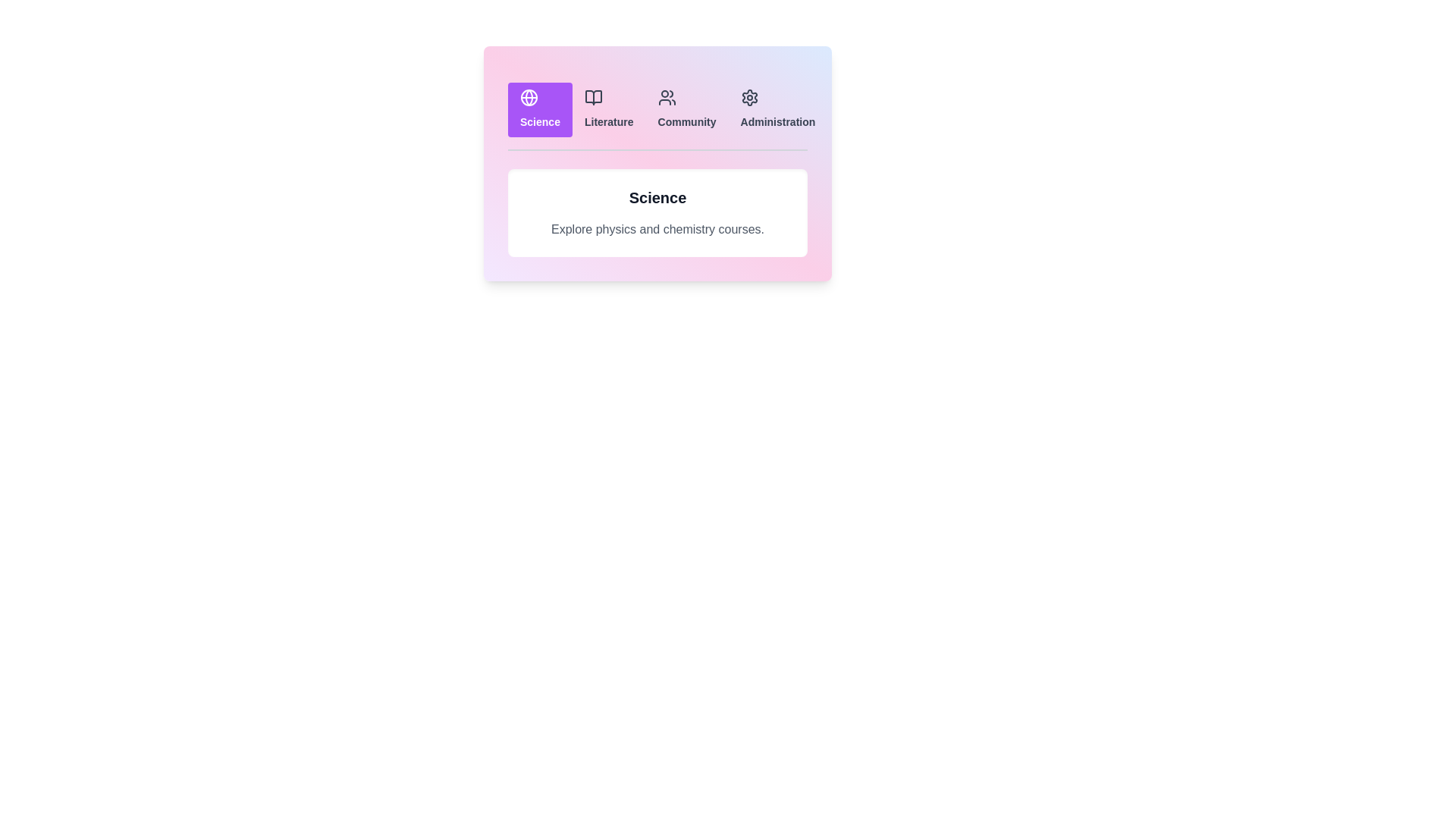  Describe the element at coordinates (778, 109) in the screenshot. I see `the Administration tab` at that location.